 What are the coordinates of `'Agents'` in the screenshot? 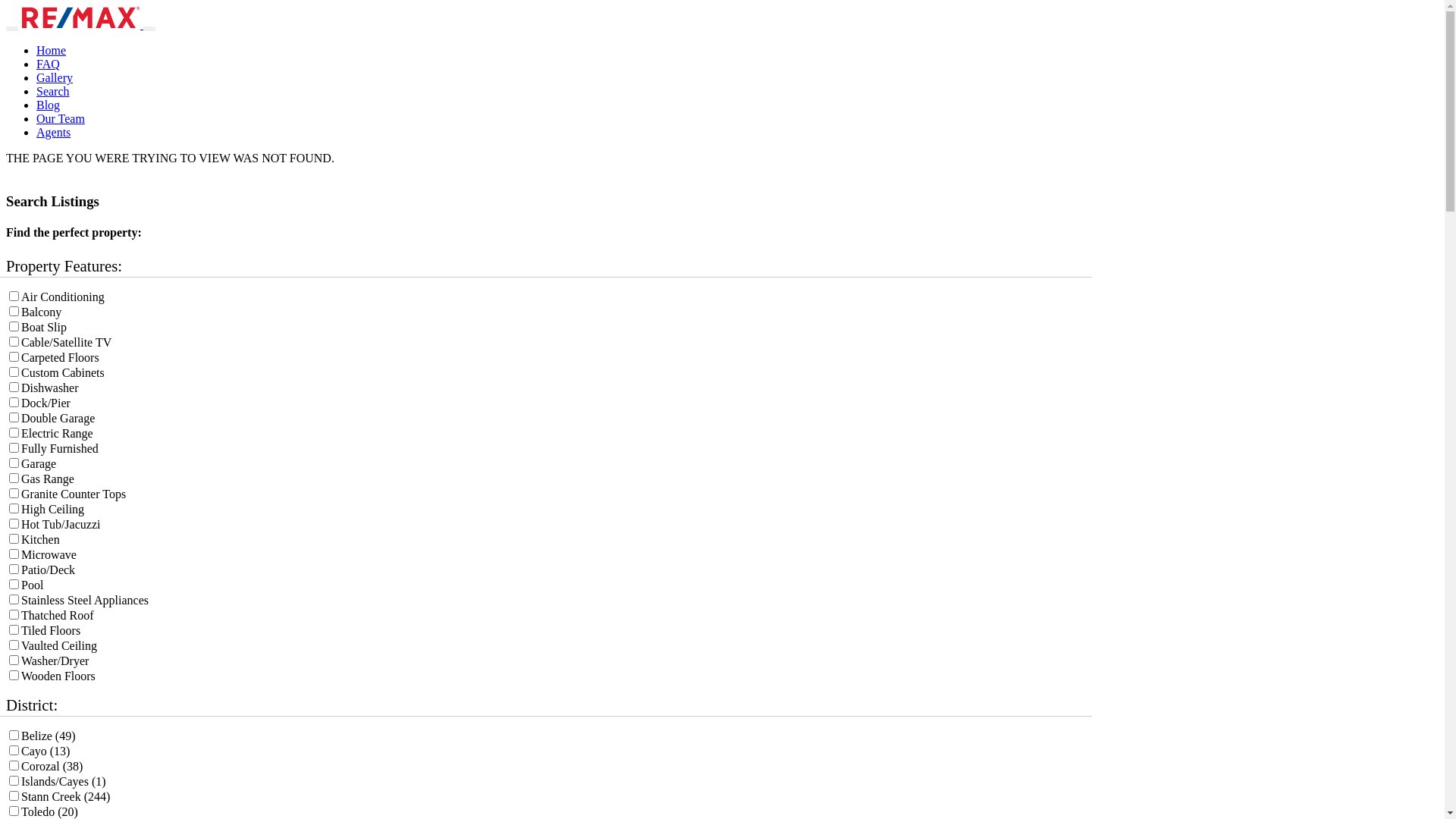 It's located at (53, 131).